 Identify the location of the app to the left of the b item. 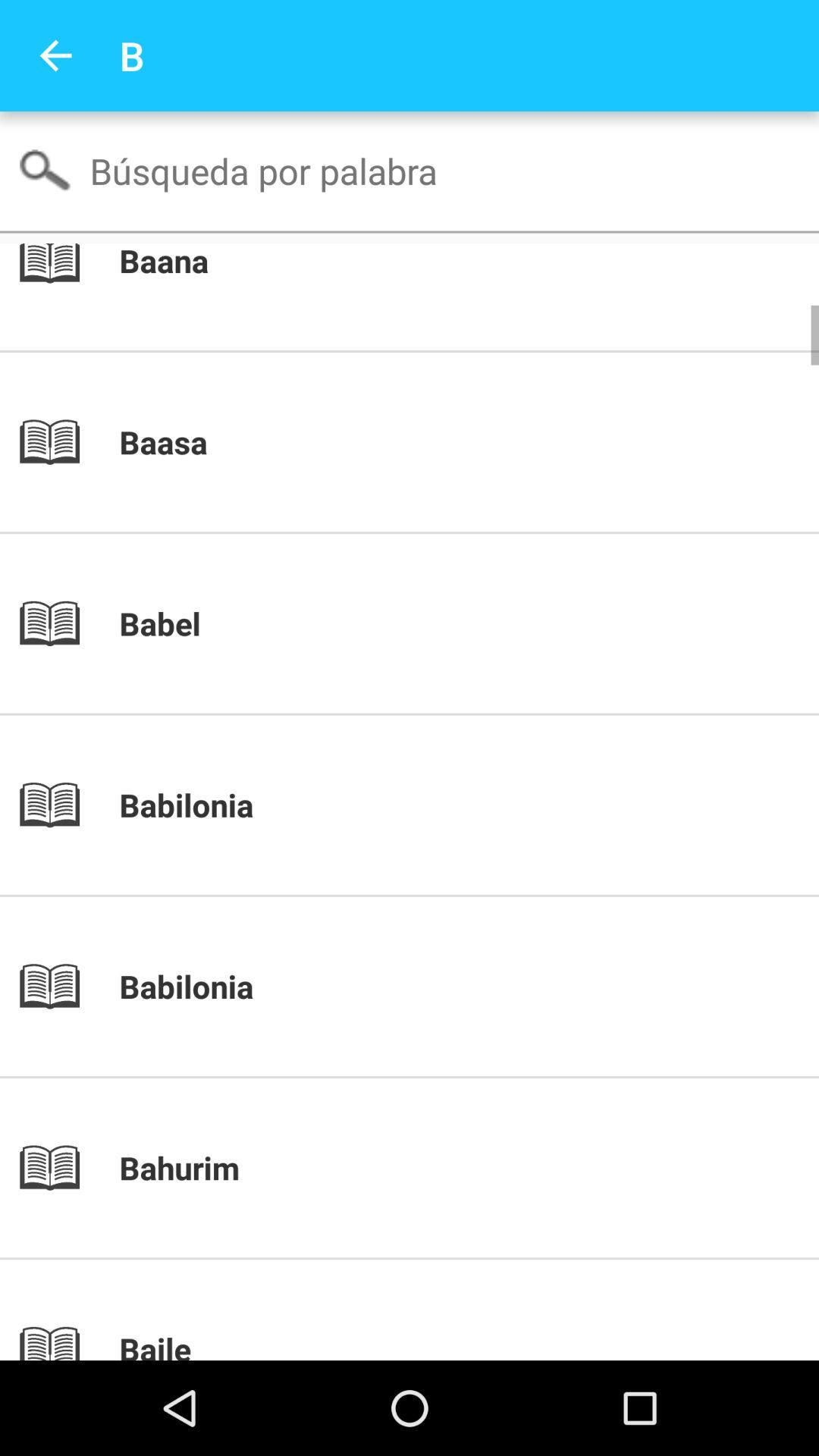
(55, 55).